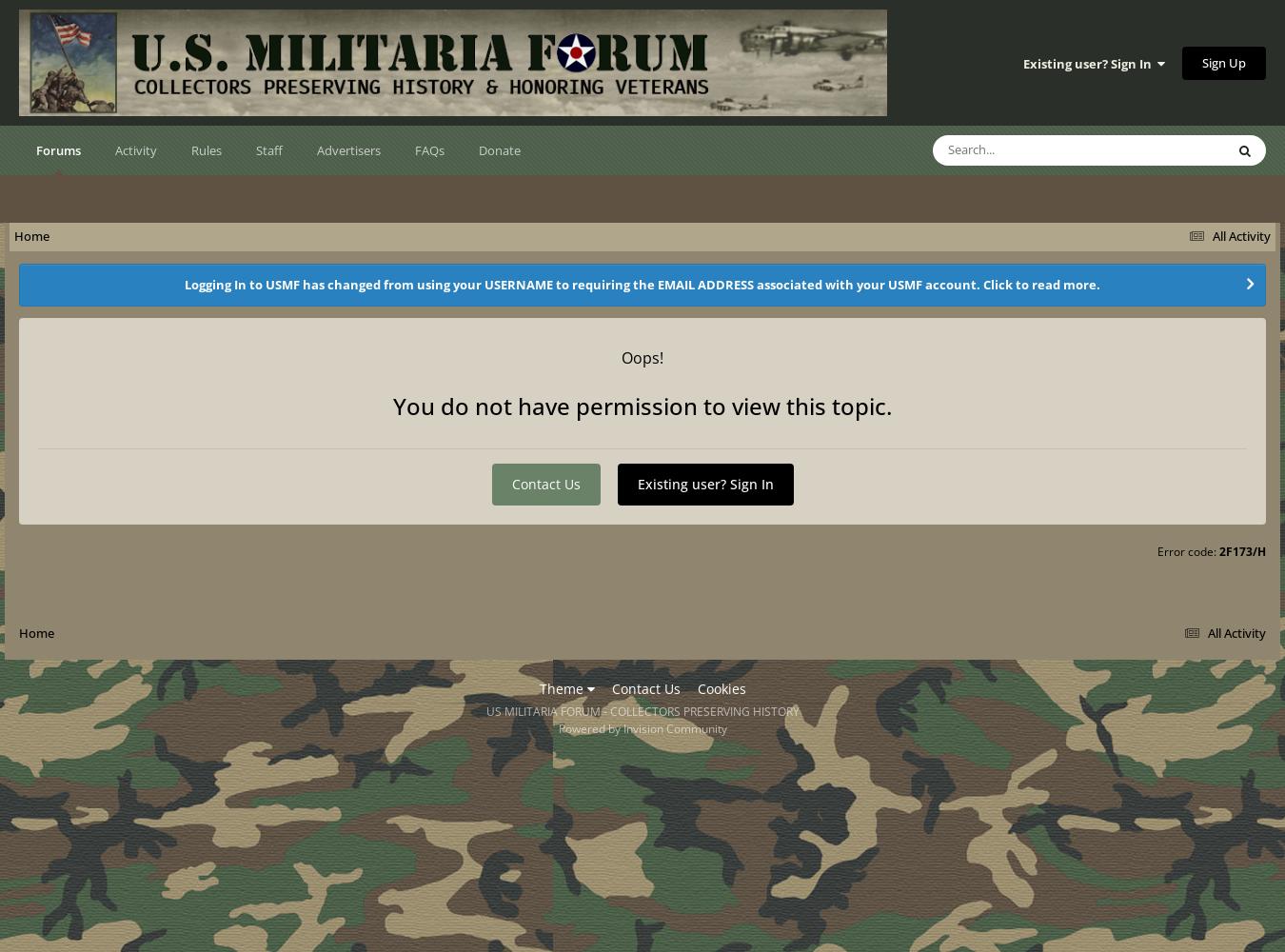 The width and height of the screenshot is (1285, 952). Describe the element at coordinates (642, 710) in the screenshot. I see `'US MILITARIA FORUM - COLLECTORS PRESERVING HISTORY'` at that location.